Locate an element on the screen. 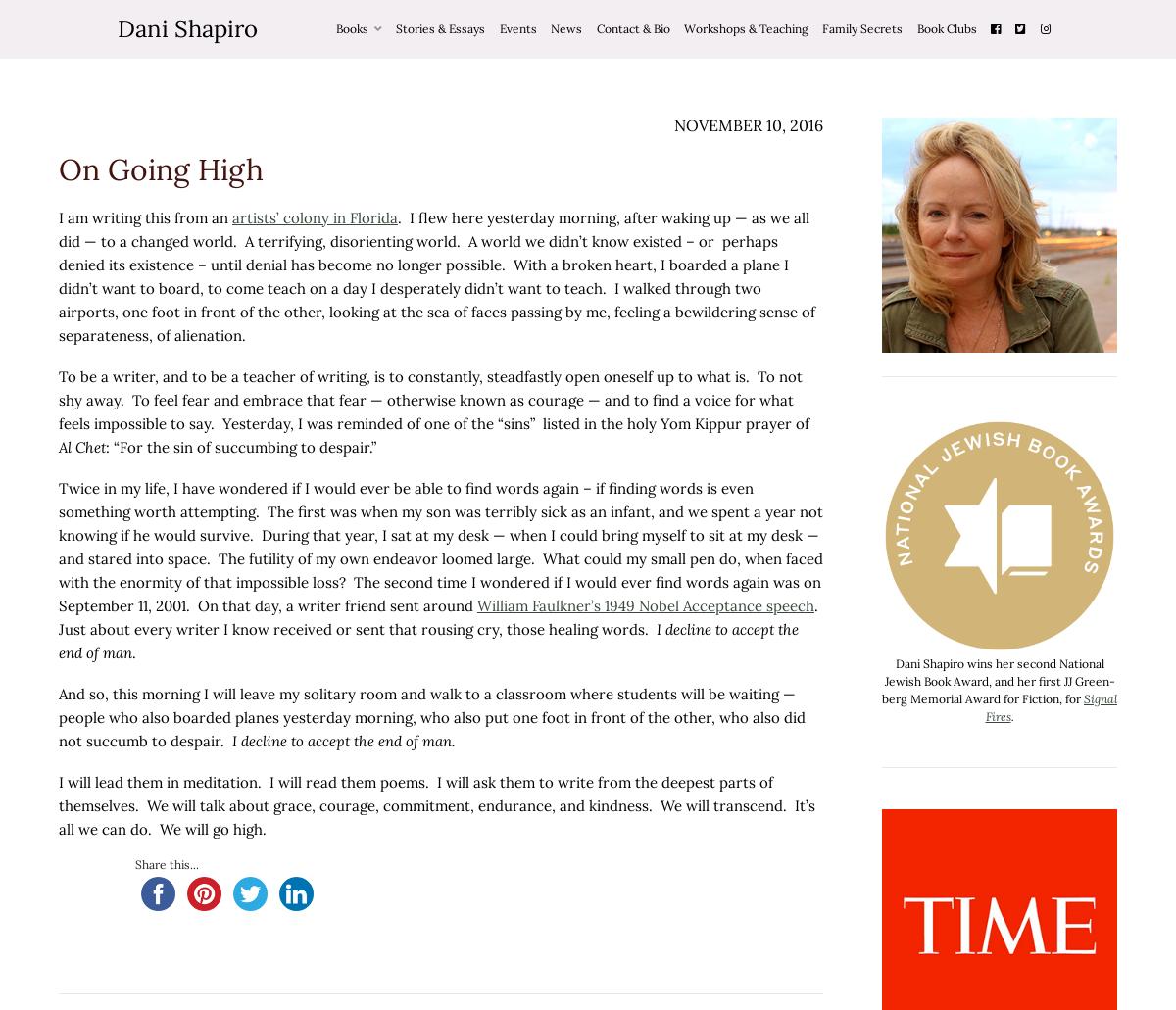 The image size is (1176, 1010). 'William Faulkner’s 1949 Nobel Acceptance speech' is located at coordinates (646, 604).